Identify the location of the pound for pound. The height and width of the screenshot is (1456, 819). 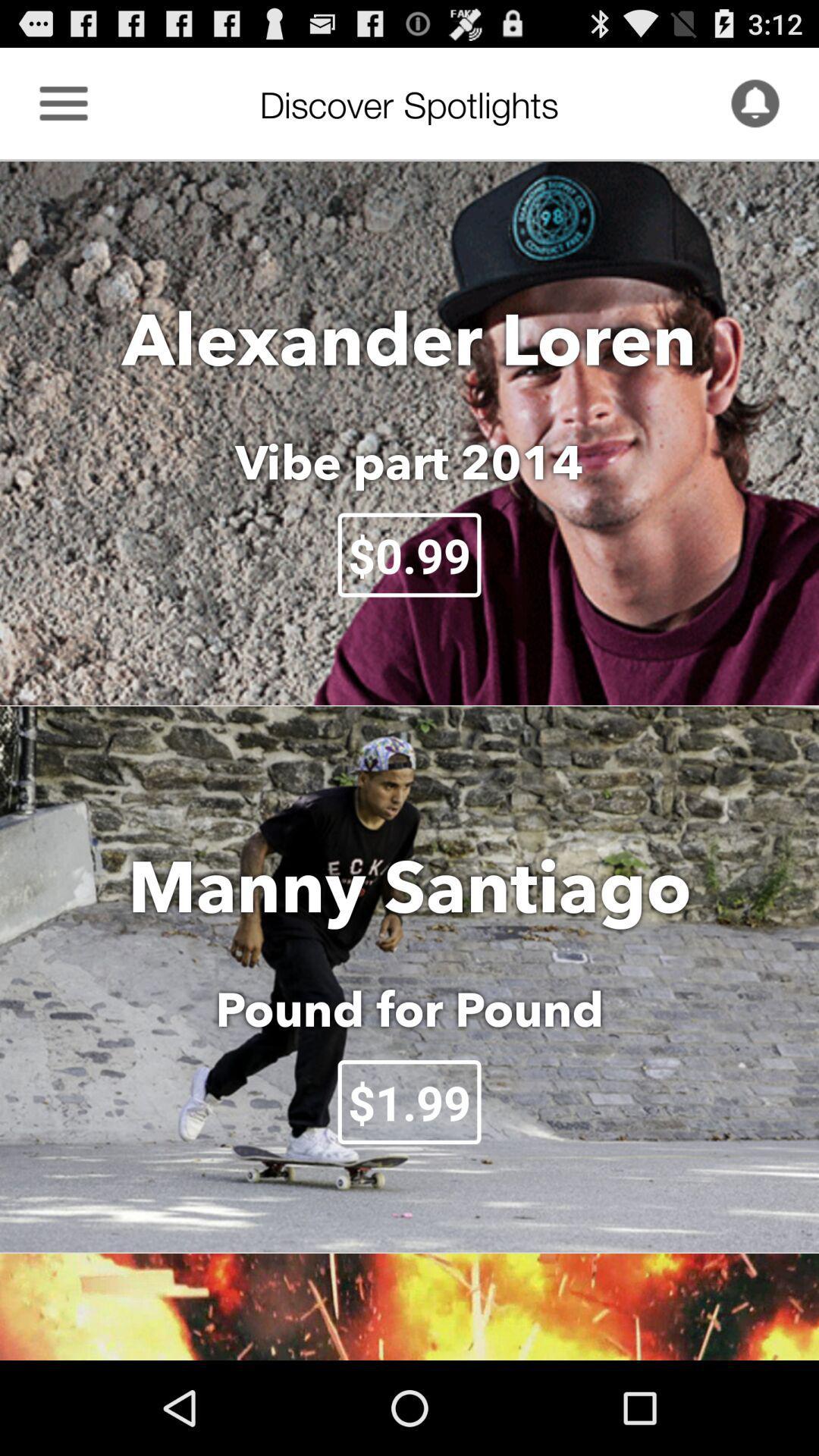
(409, 1009).